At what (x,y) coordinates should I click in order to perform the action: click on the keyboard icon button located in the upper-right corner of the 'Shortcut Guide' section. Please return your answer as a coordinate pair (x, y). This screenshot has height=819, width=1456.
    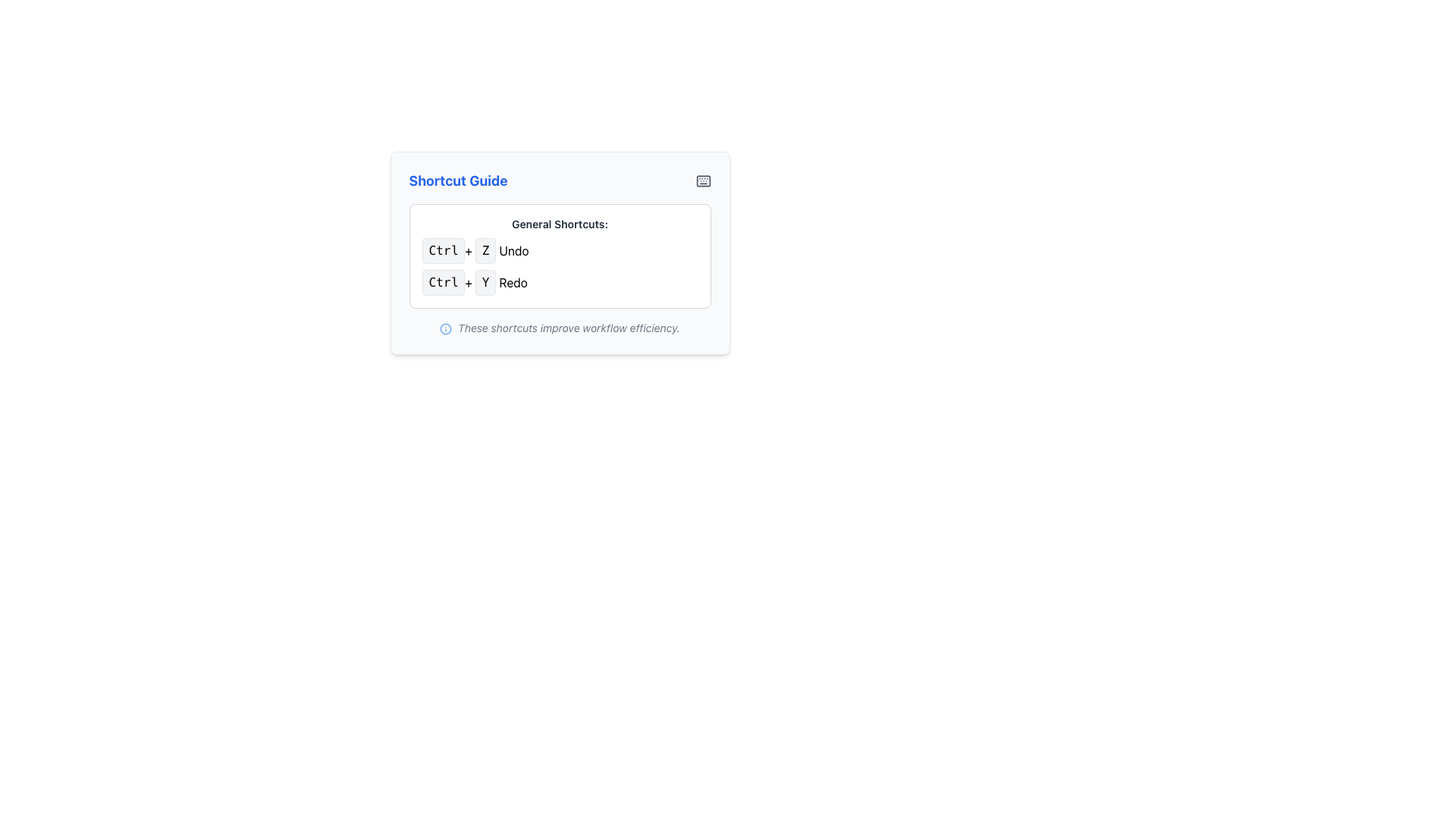
    Looking at the image, I should click on (702, 180).